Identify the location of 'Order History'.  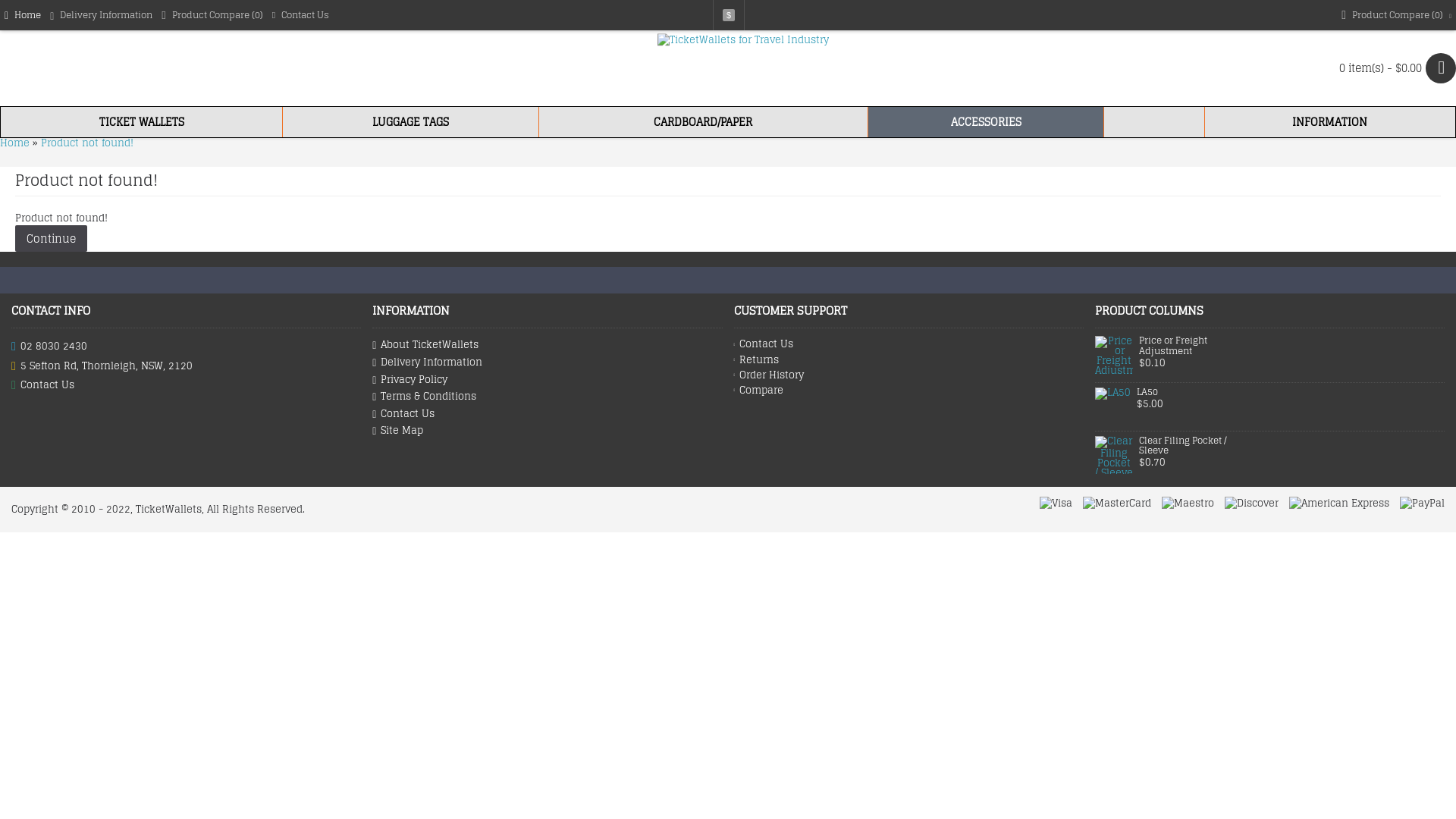
(908, 375).